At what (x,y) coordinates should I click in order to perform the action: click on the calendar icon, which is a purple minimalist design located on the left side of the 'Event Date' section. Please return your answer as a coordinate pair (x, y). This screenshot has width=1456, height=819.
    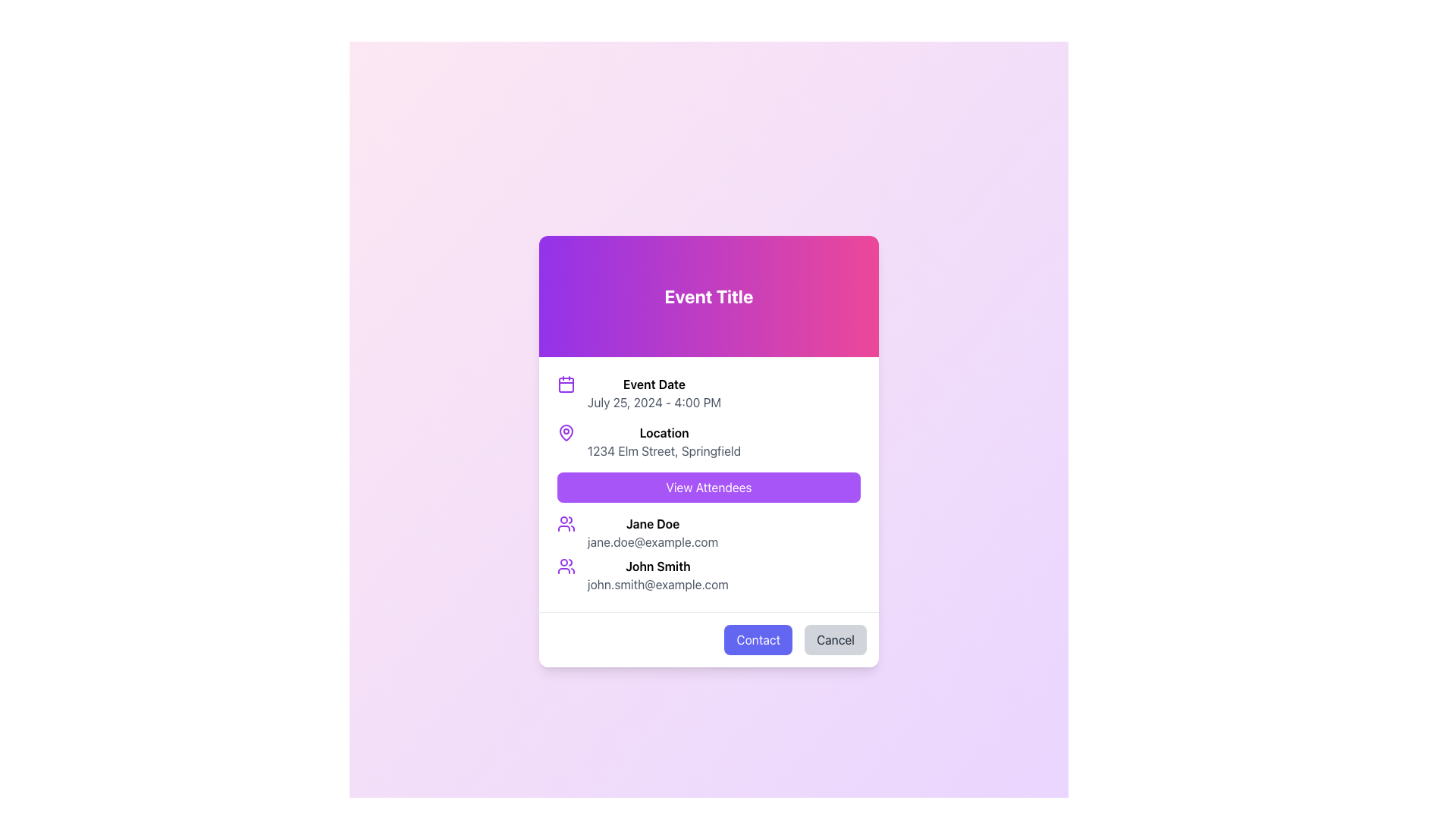
    Looking at the image, I should click on (566, 383).